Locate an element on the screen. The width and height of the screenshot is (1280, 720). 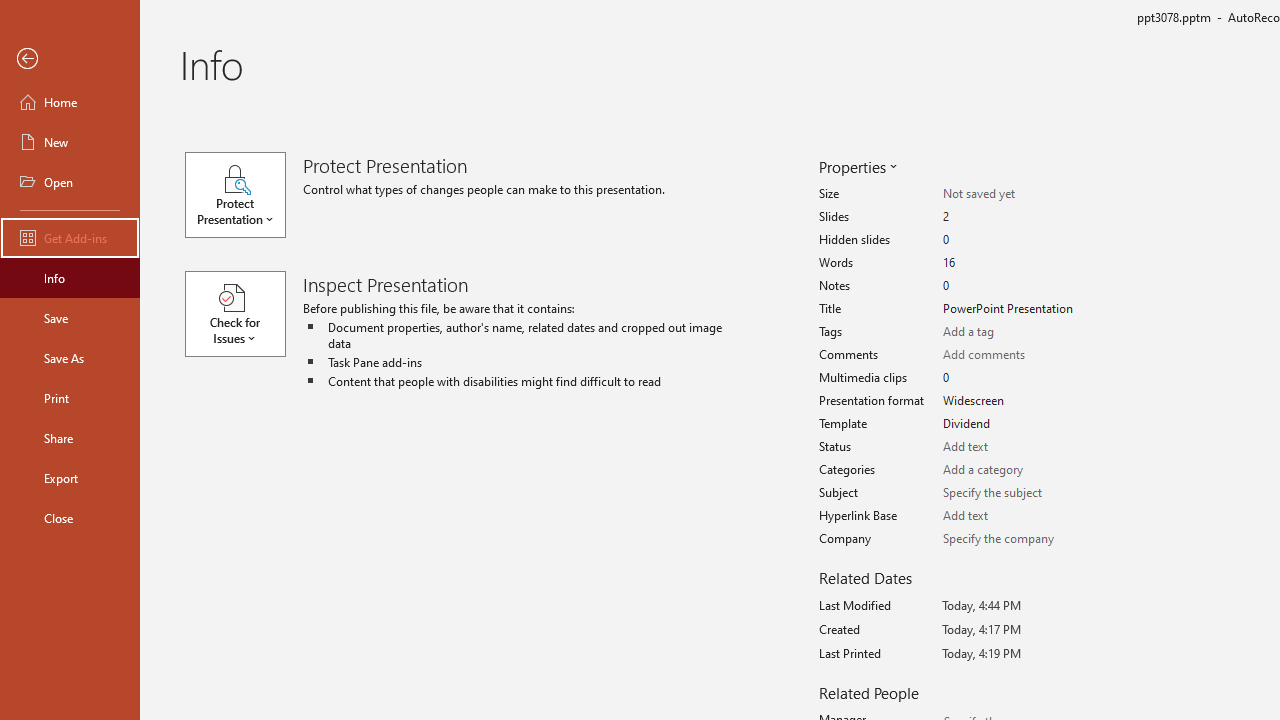
'Back' is located at coordinates (69, 58).